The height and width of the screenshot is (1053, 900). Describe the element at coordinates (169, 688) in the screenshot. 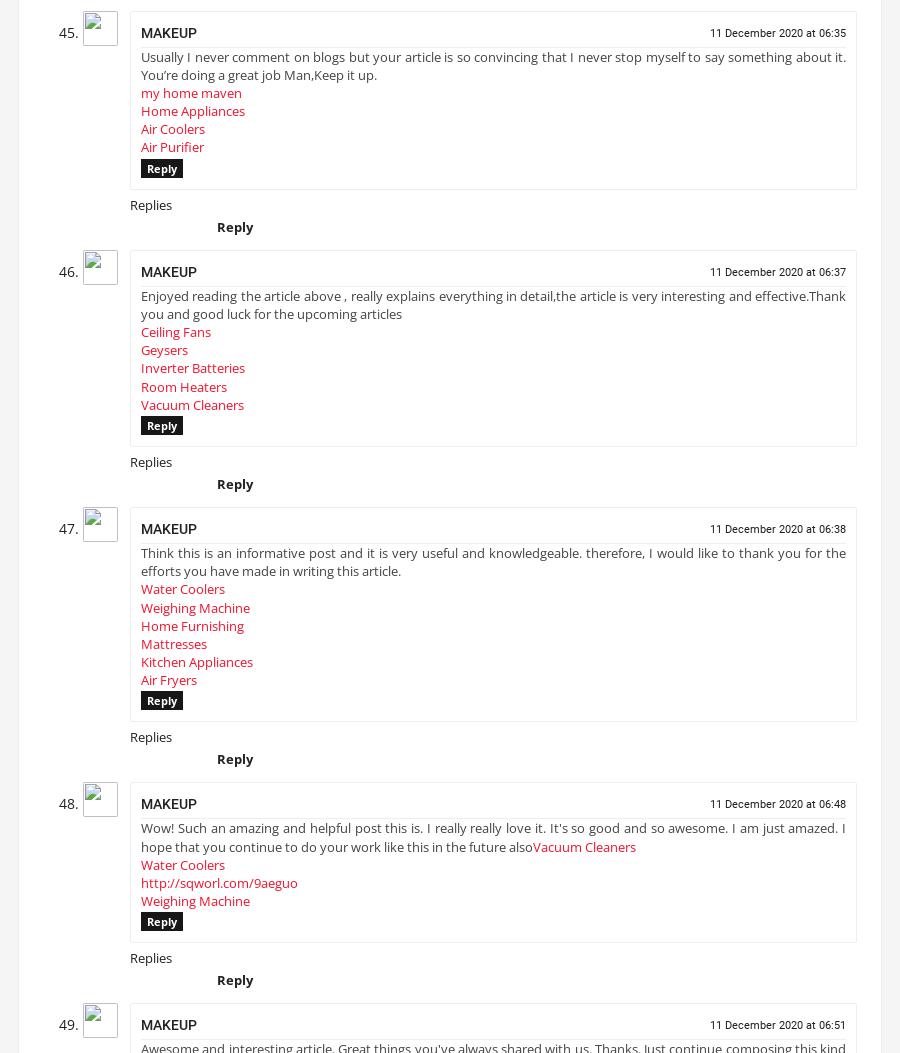

I see `'Air Fryers'` at that location.